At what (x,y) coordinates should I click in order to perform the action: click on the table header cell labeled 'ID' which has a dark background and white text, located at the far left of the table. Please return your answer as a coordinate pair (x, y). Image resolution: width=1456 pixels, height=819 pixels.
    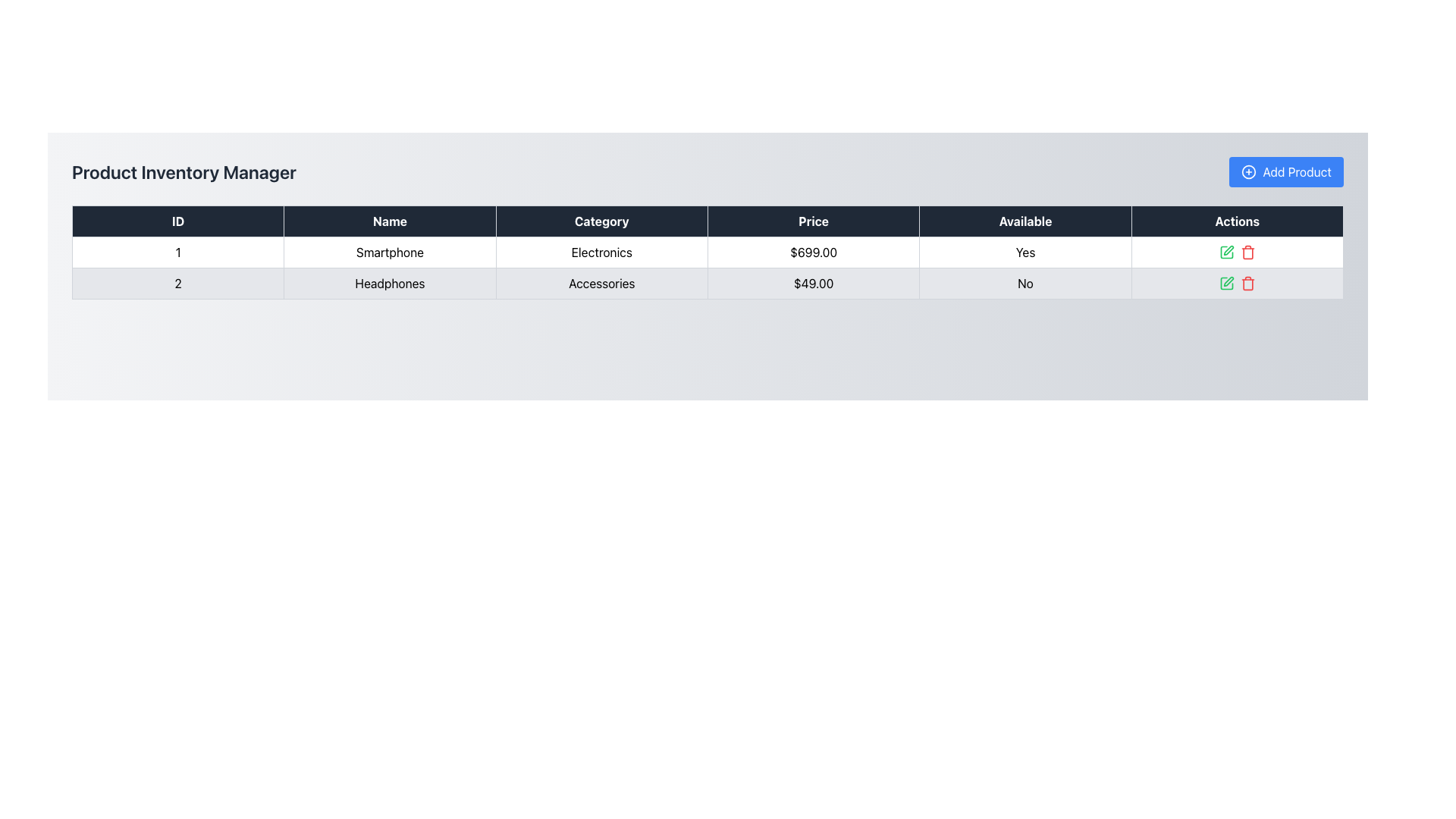
    Looking at the image, I should click on (178, 221).